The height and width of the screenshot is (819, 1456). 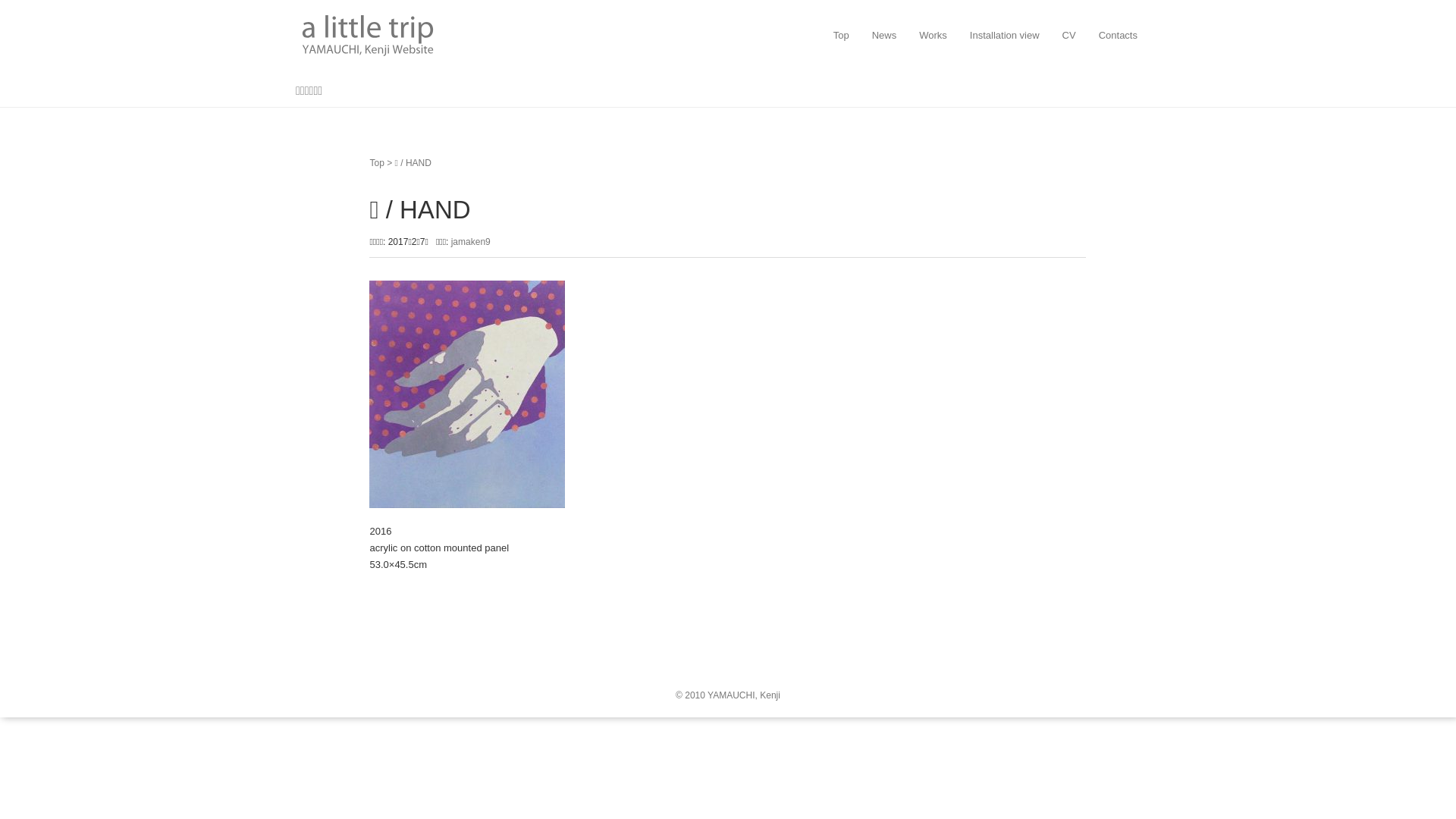 What do you see at coordinates (295, 651) in the screenshot?
I see `'twitter'` at bounding box center [295, 651].